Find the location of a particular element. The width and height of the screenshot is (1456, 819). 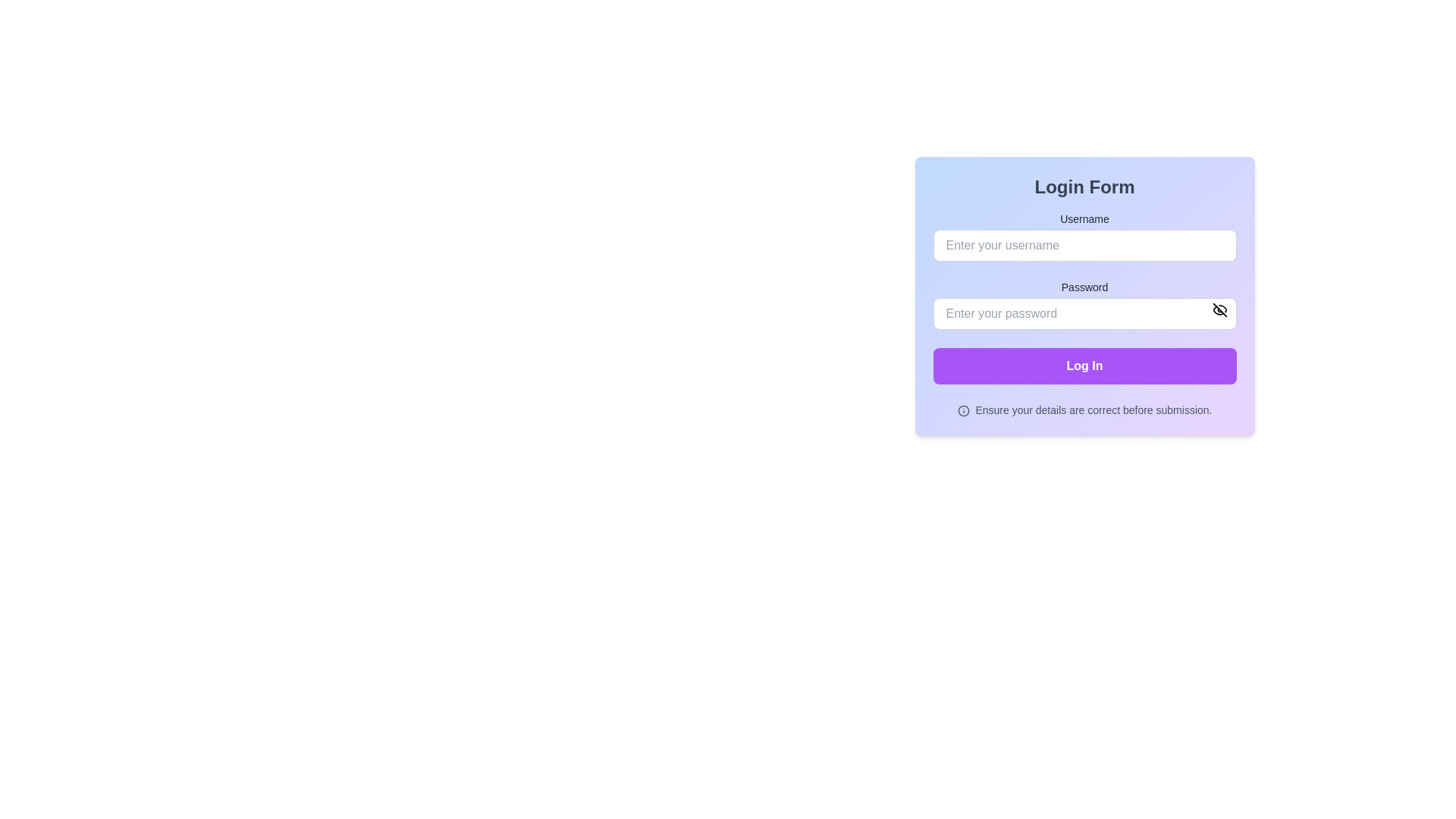

the information/help icon is located at coordinates (962, 411).